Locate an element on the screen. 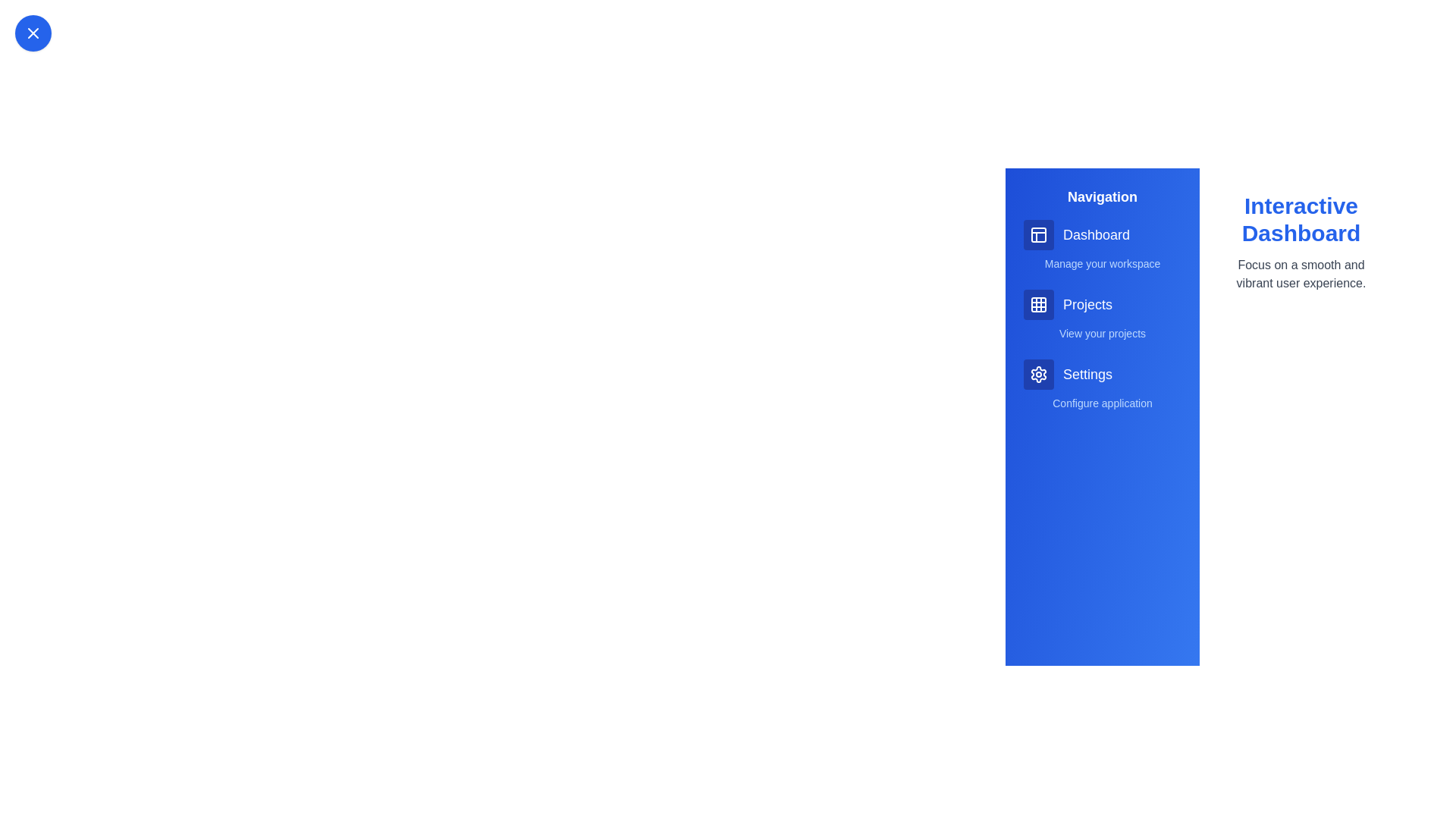 This screenshot has width=1456, height=819. the 'Settings' menu item in the navigation menu is located at coordinates (1103, 374).